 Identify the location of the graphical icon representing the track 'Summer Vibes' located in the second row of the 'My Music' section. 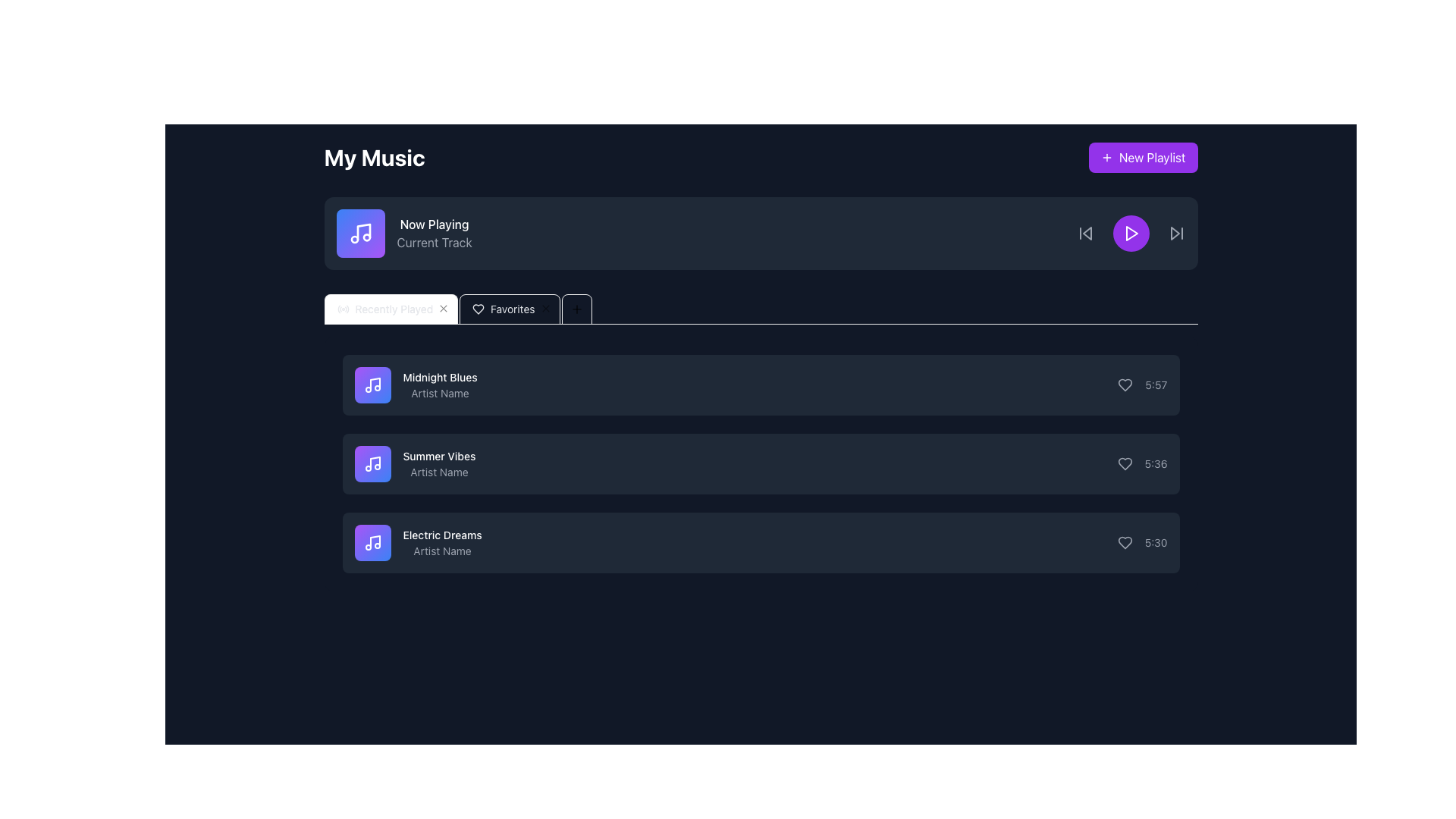
(372, 463).